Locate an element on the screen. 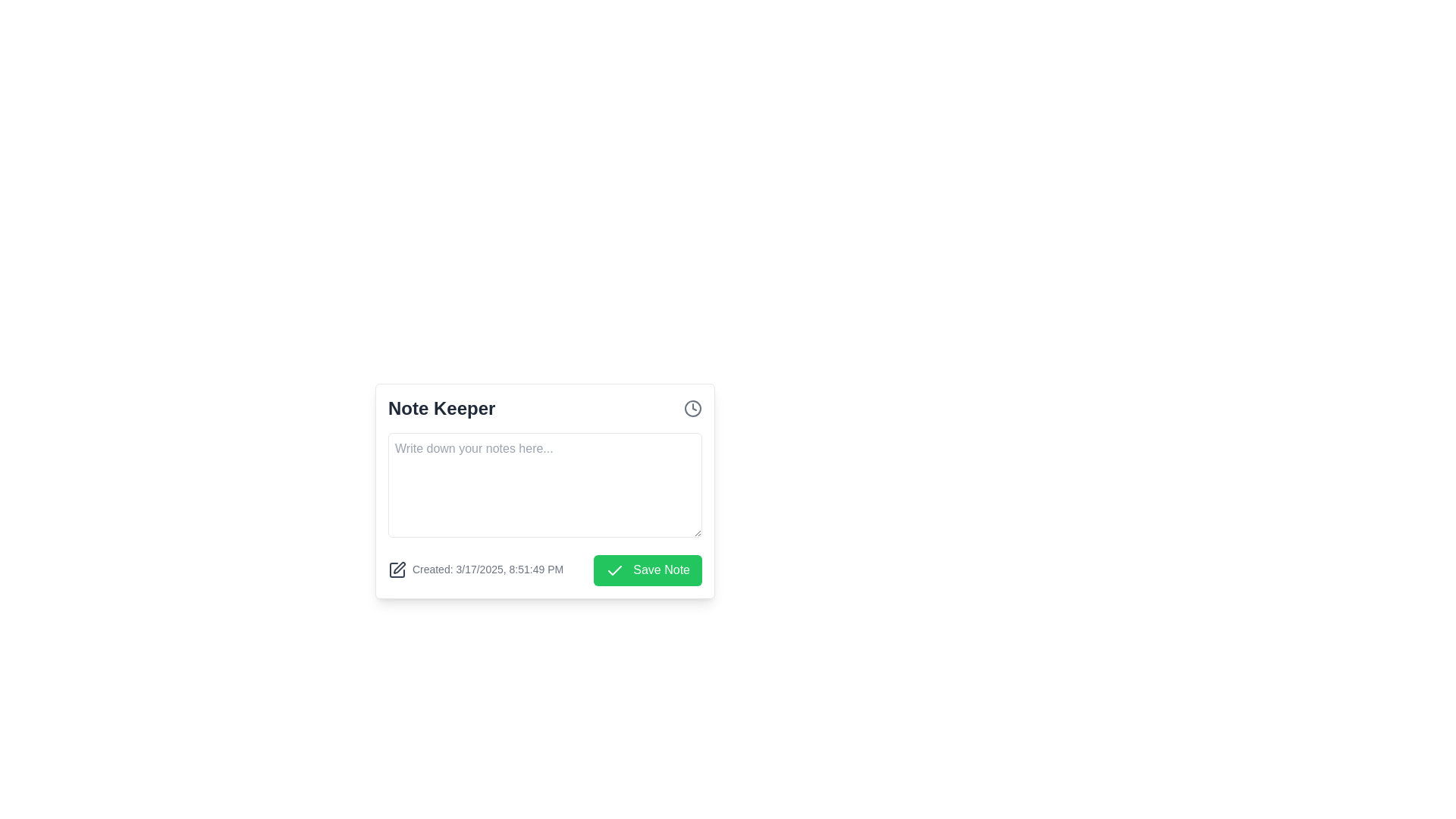  the save button located at the bottom-right corner of the 'Note Keeper' interface, next to the timestamp 'Created: 3/17/2025, 8:51:49 PM' is located at coordinates (648, 570).